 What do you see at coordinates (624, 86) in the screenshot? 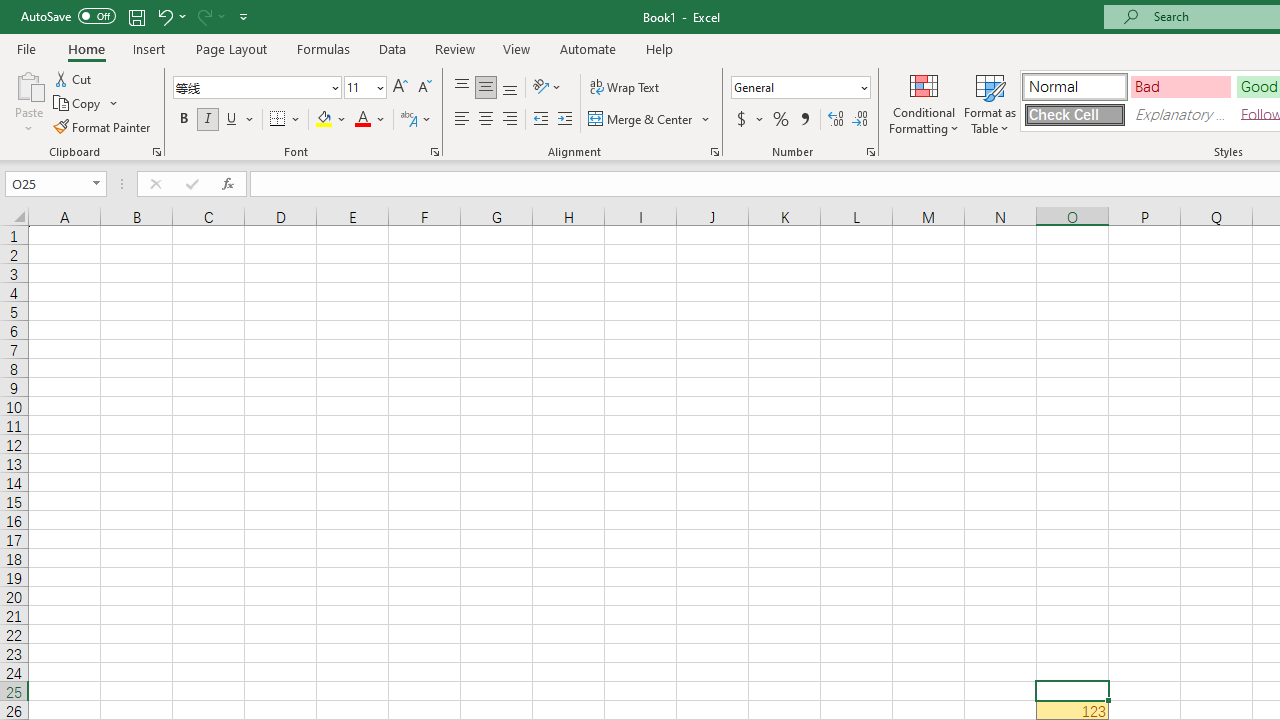
I see `'Wrap Text'` at bounding box center [624, 86].